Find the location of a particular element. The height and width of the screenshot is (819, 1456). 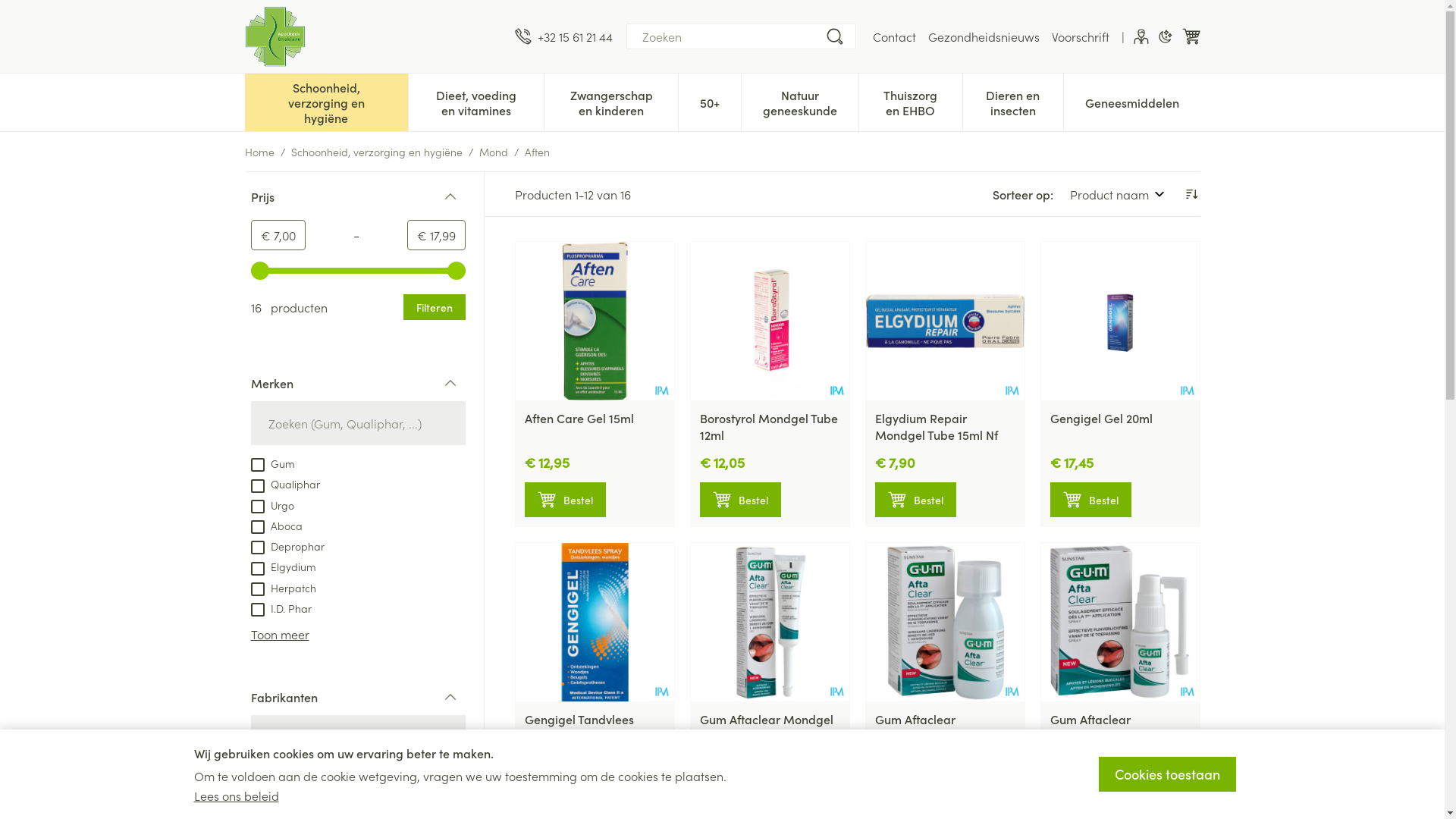

'Gum Aftaclear Mondgel 10ml' is located at coordinates (689, 622).